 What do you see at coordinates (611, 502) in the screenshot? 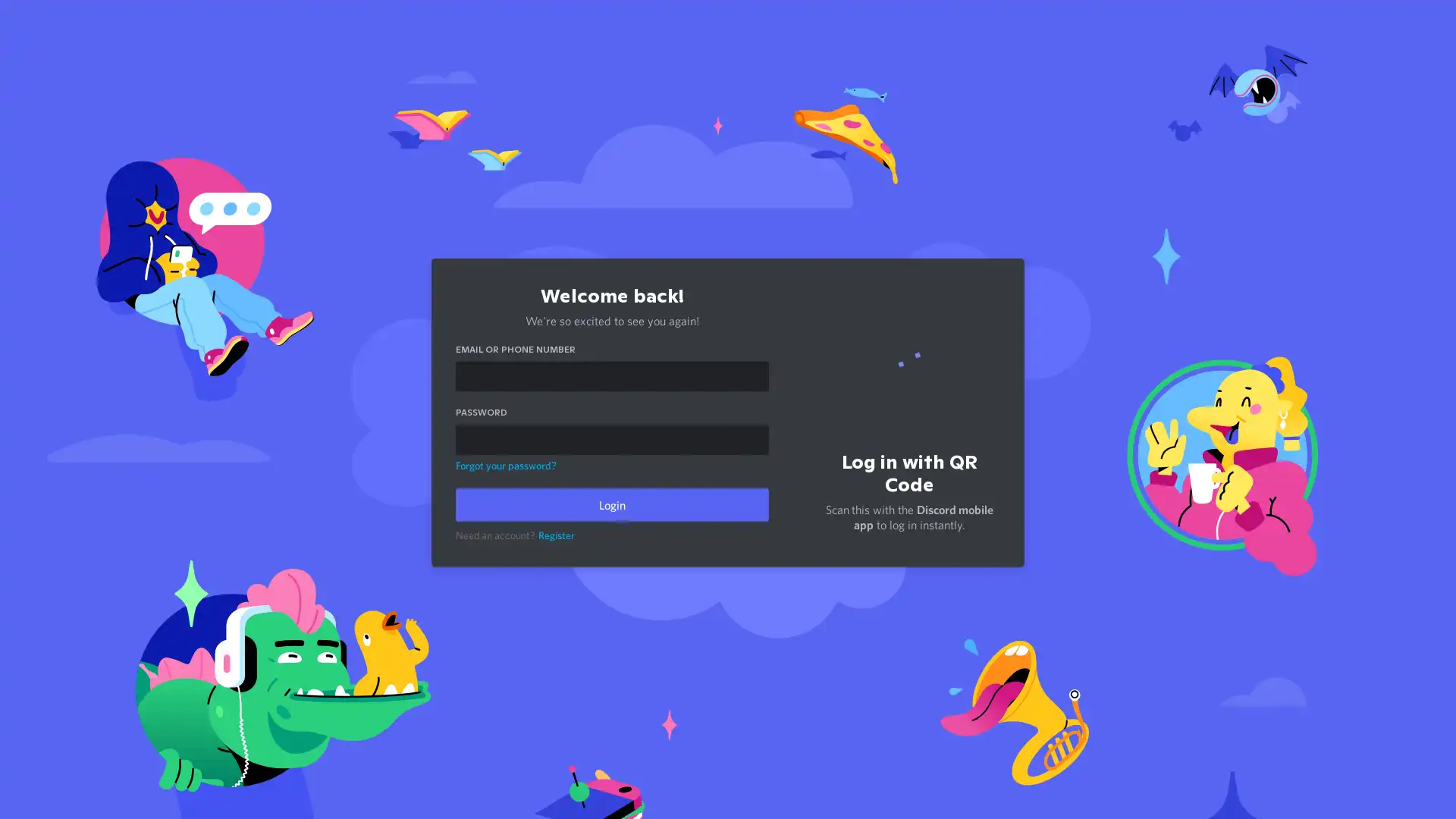
I see `Login` at bounding box center [611, 502].